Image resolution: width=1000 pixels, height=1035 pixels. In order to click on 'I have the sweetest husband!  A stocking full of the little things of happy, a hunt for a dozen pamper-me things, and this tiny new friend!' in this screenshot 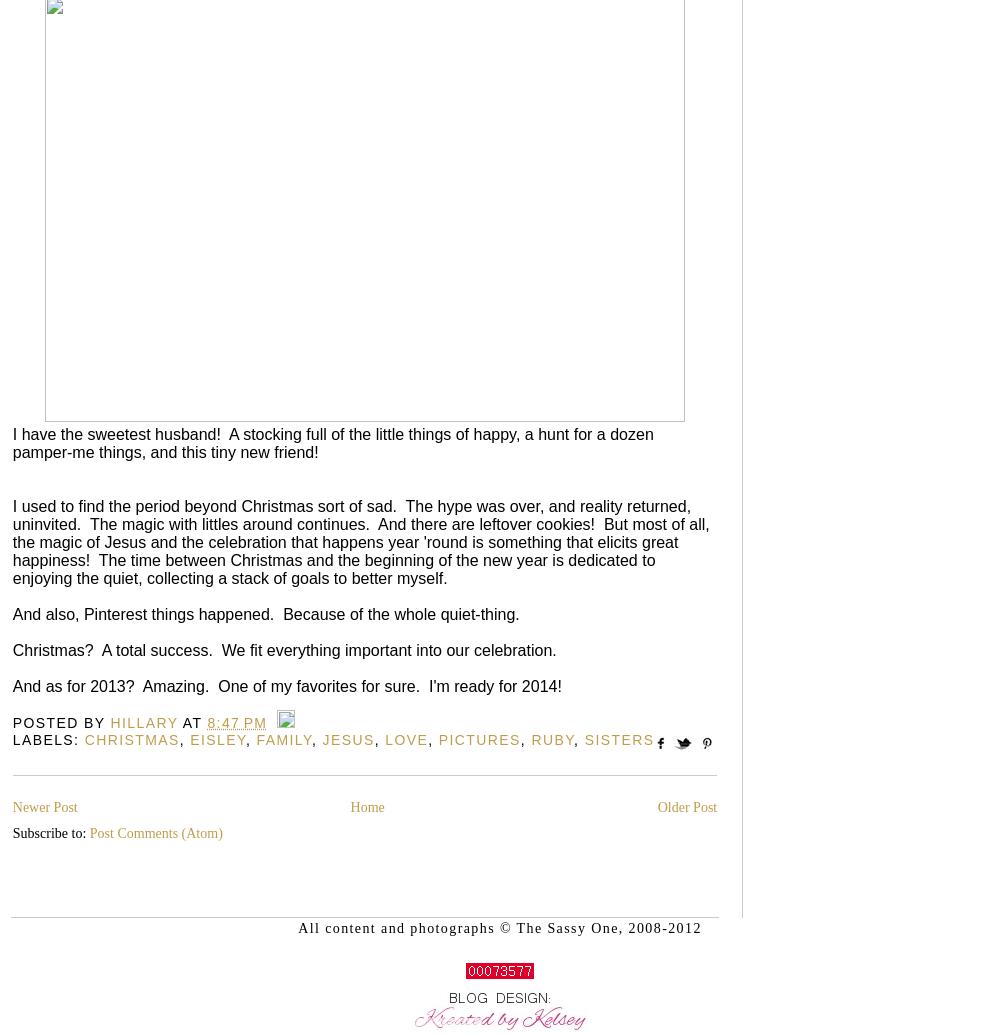, I will do `click(331, 442)`.